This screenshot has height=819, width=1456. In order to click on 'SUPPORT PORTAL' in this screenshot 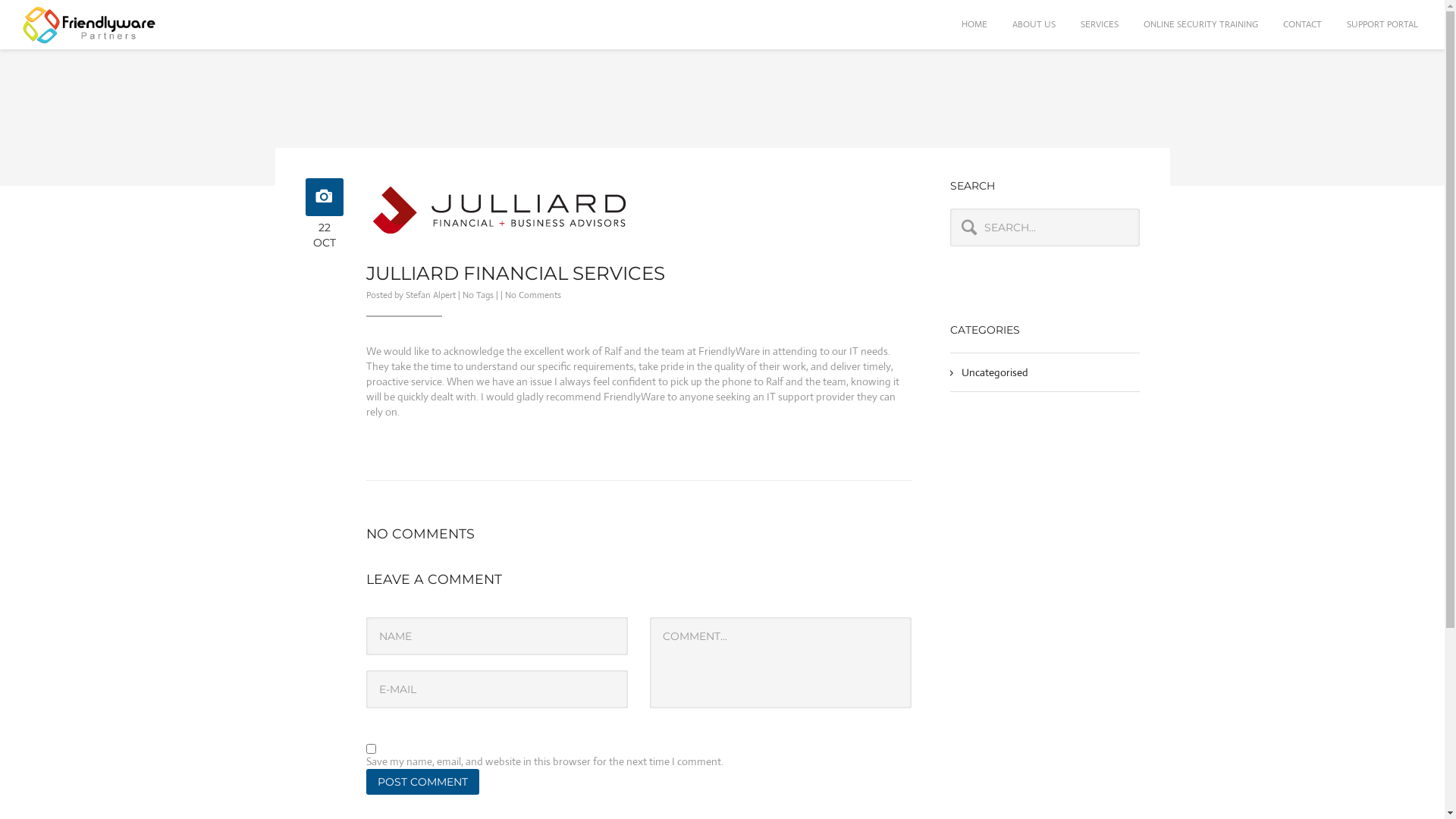, I will do `click(1335, 24)`.